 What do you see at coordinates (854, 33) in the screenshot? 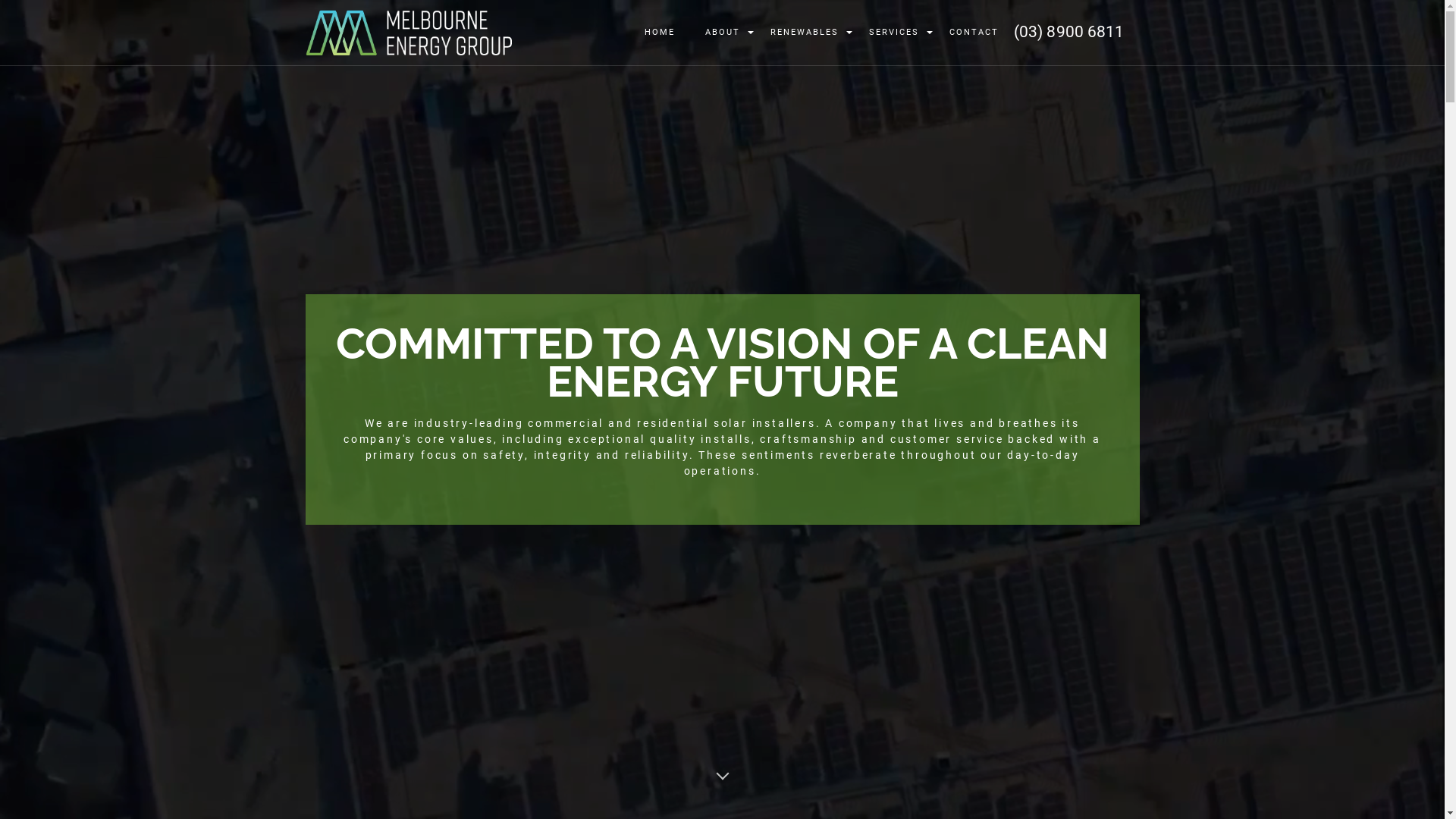
I see `'SERVICES'` at bounding box center [854, 33].